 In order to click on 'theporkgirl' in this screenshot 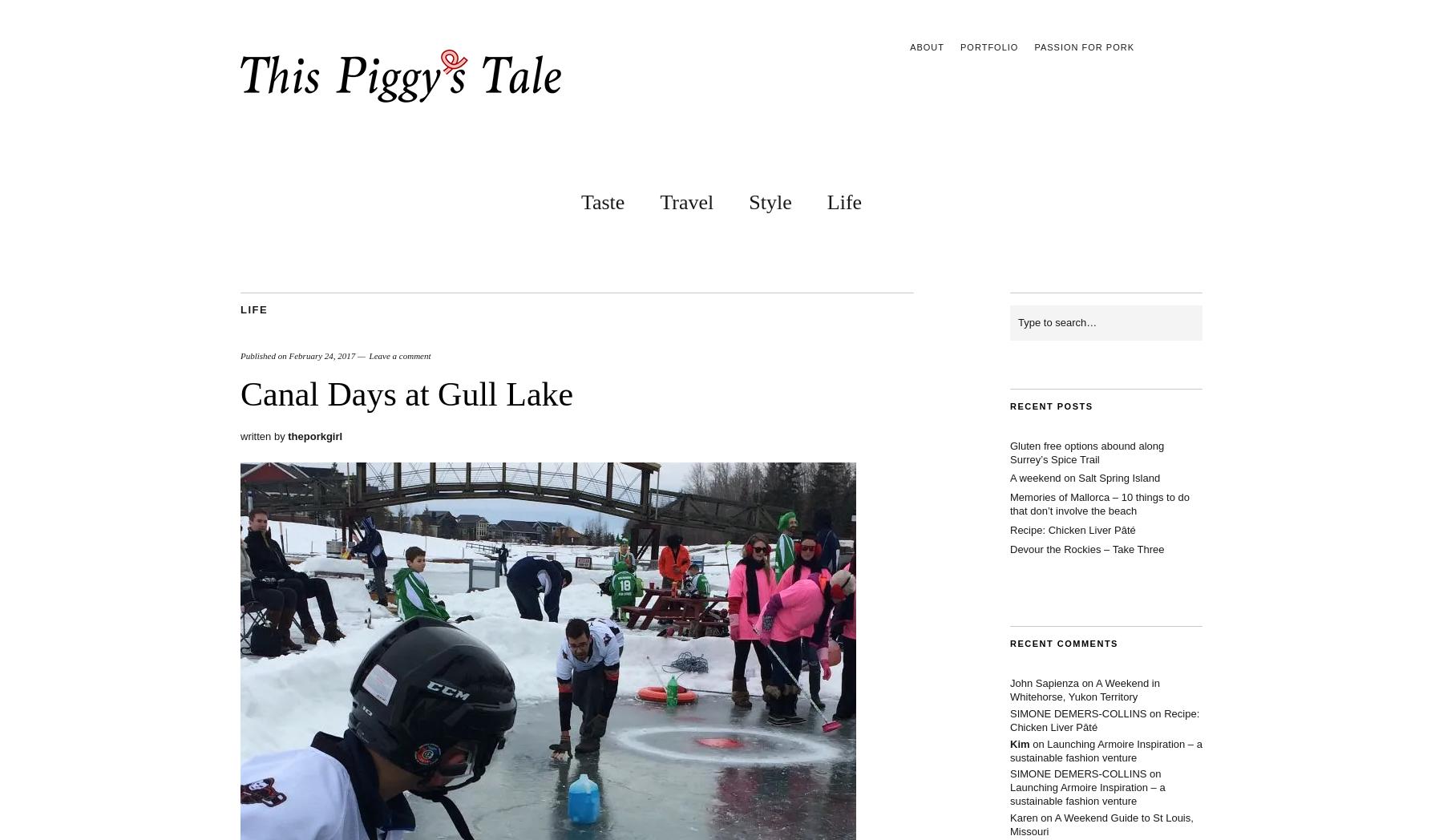, I will do `click(287, 435)`.